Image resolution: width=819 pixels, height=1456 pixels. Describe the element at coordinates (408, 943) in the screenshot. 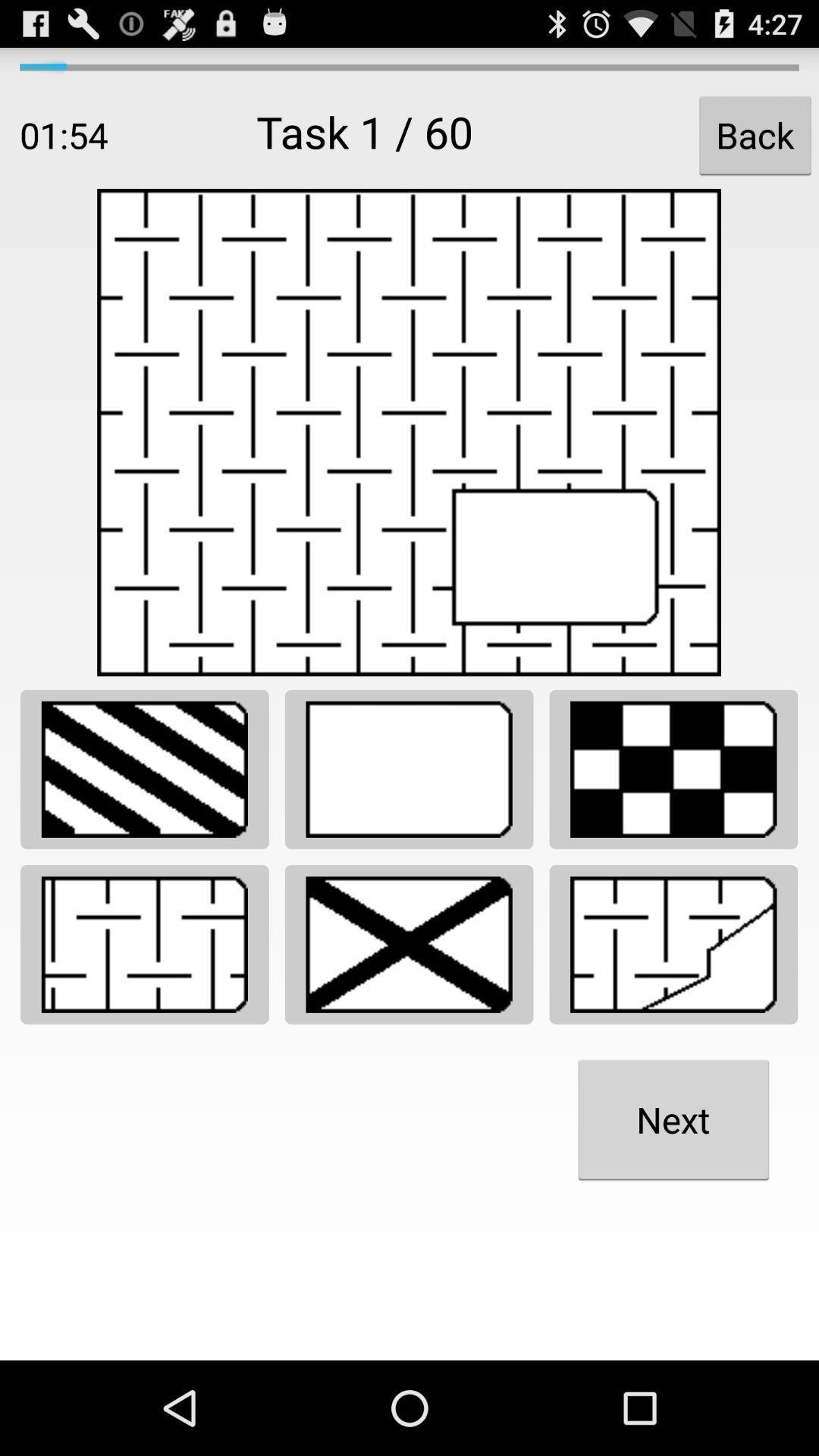

I see `choose a pattern` at that location.